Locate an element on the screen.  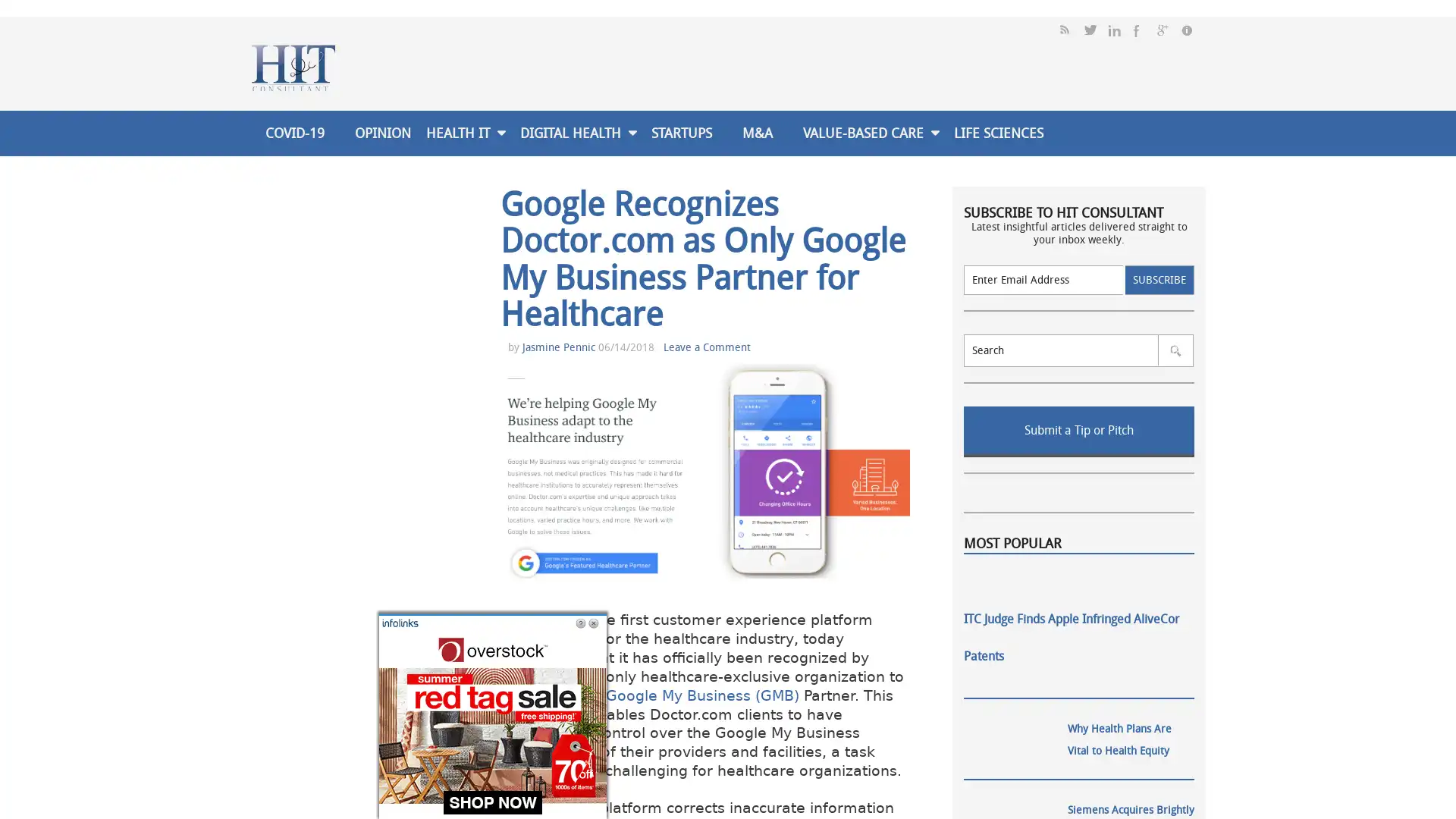
SUBMIT is located at coordinates (1175, 350).